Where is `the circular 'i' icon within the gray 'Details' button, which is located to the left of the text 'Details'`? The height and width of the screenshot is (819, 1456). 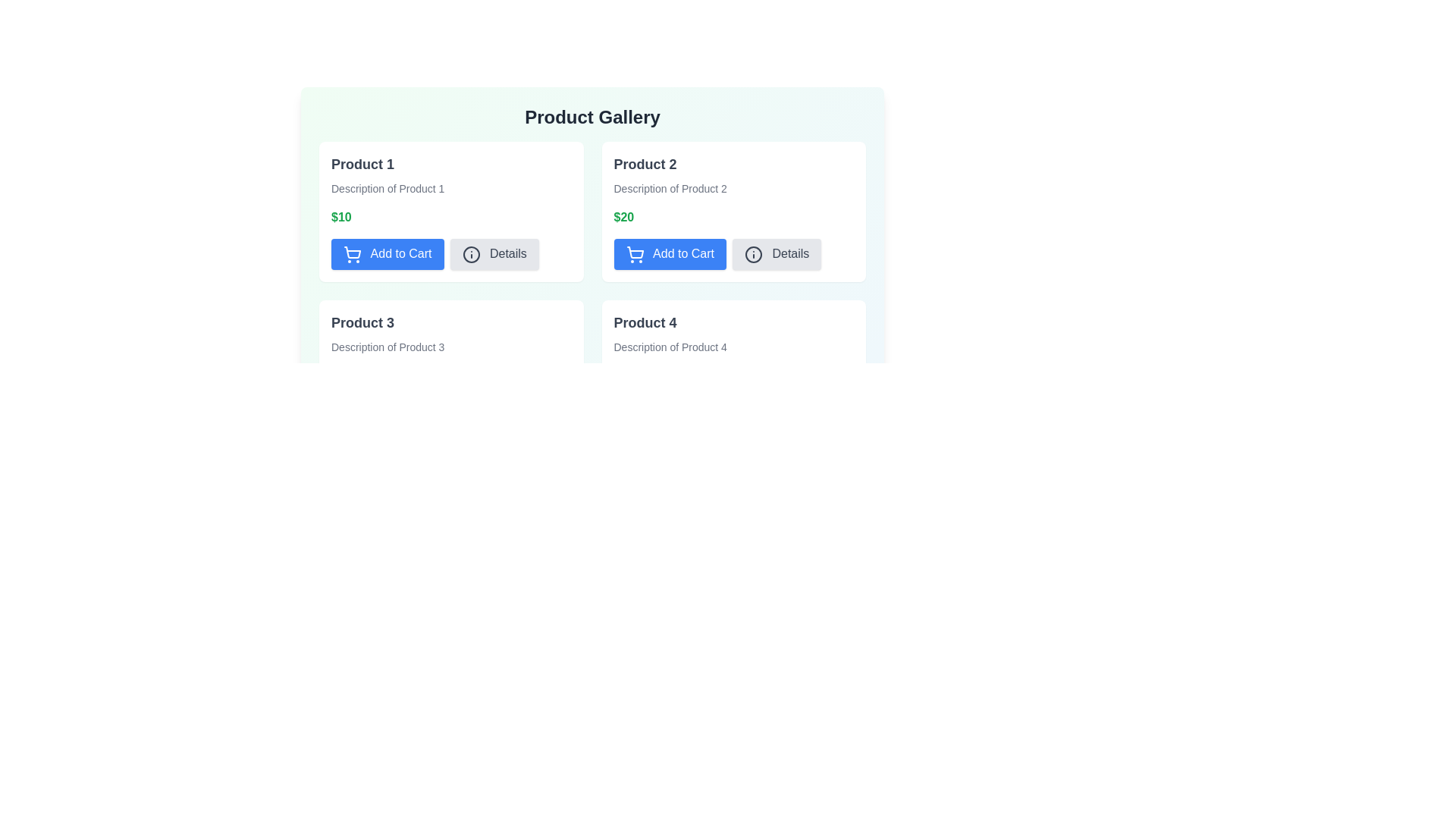
the circular 'i' icon within the gray 'Details' button, which is located to the left of the text 'Details' is located at coordinates (470, 253).